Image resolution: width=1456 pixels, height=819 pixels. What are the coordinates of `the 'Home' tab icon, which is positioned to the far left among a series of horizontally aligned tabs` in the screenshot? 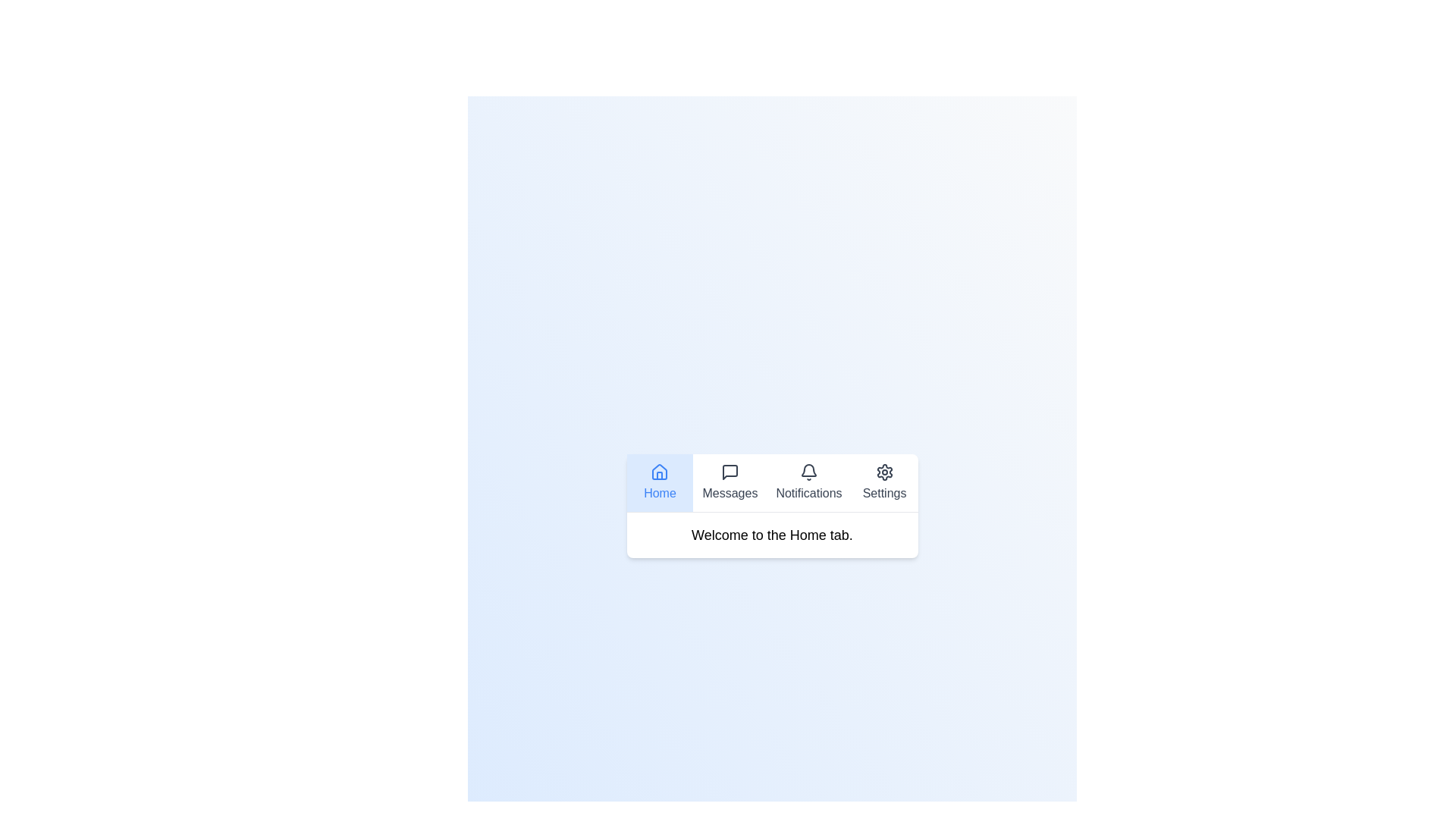 It's located at (660, 471).